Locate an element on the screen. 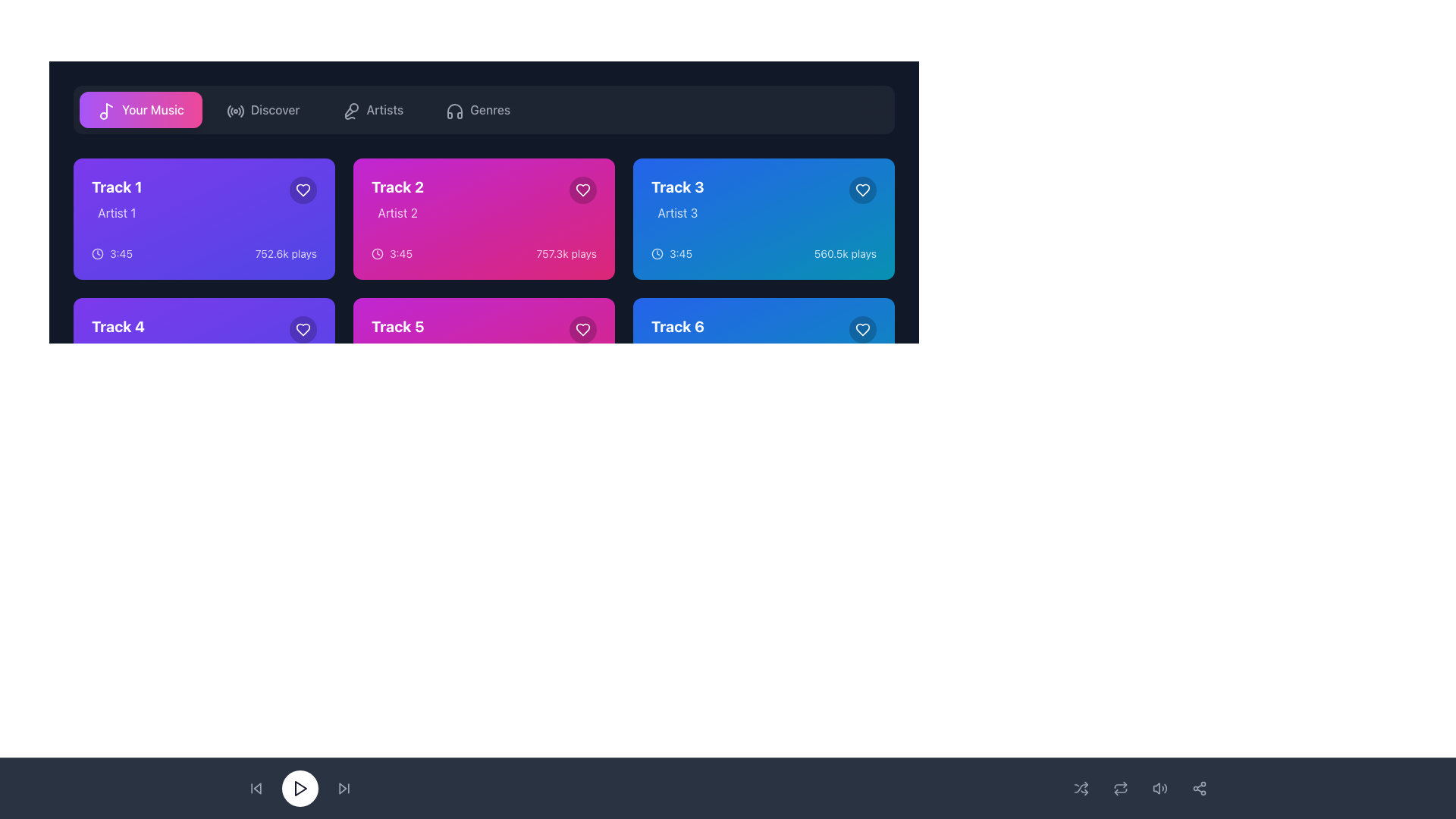 The width and height of the screenshot is (1456, 819). the repeat toggle button located centrally between adjacent playback control icons in the bottom interface bar, which is the fourth element from the left is located at coordinates (1121, 788).